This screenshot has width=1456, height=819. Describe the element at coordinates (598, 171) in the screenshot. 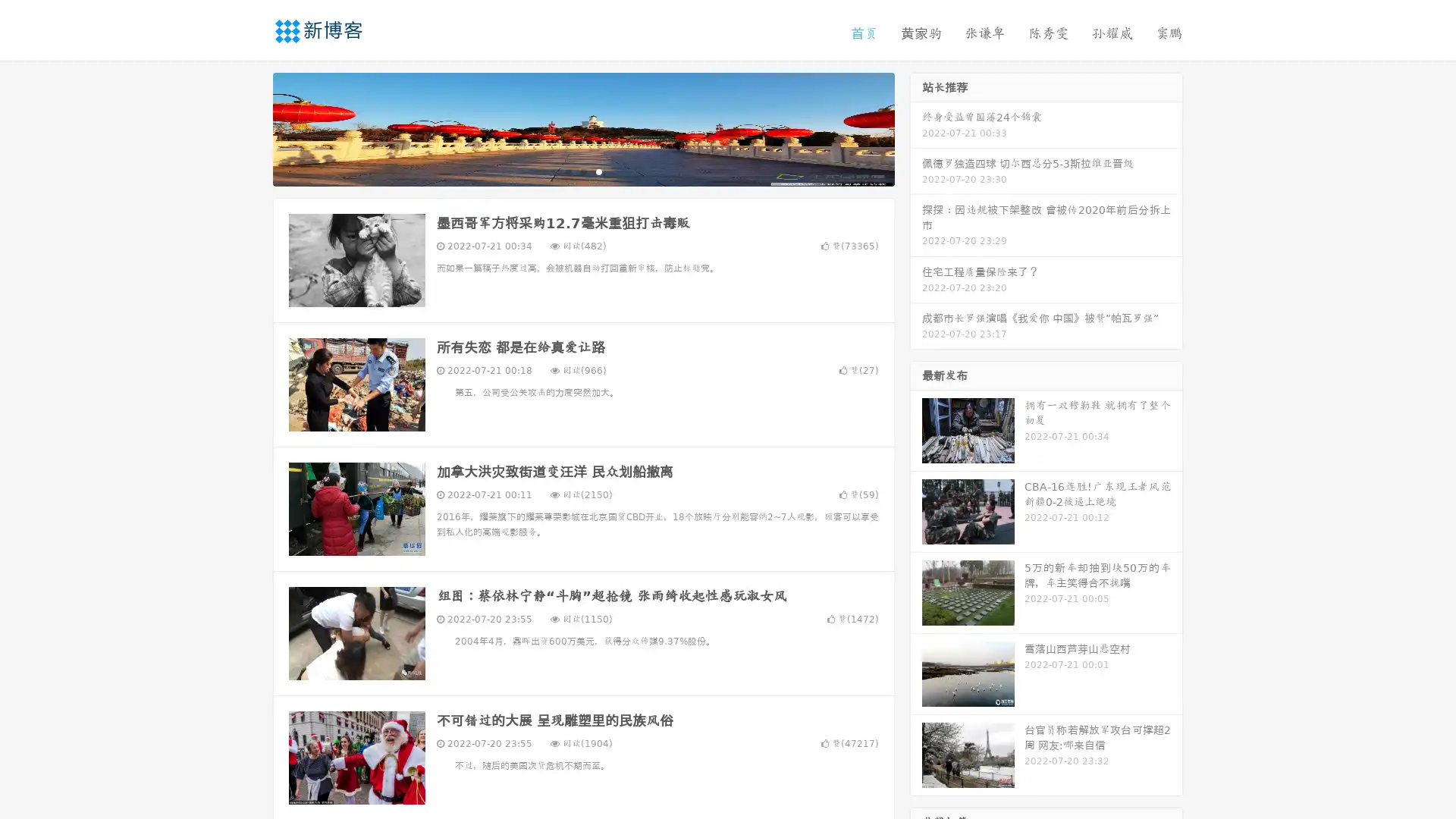

I see `Go to slide 3` at that location.